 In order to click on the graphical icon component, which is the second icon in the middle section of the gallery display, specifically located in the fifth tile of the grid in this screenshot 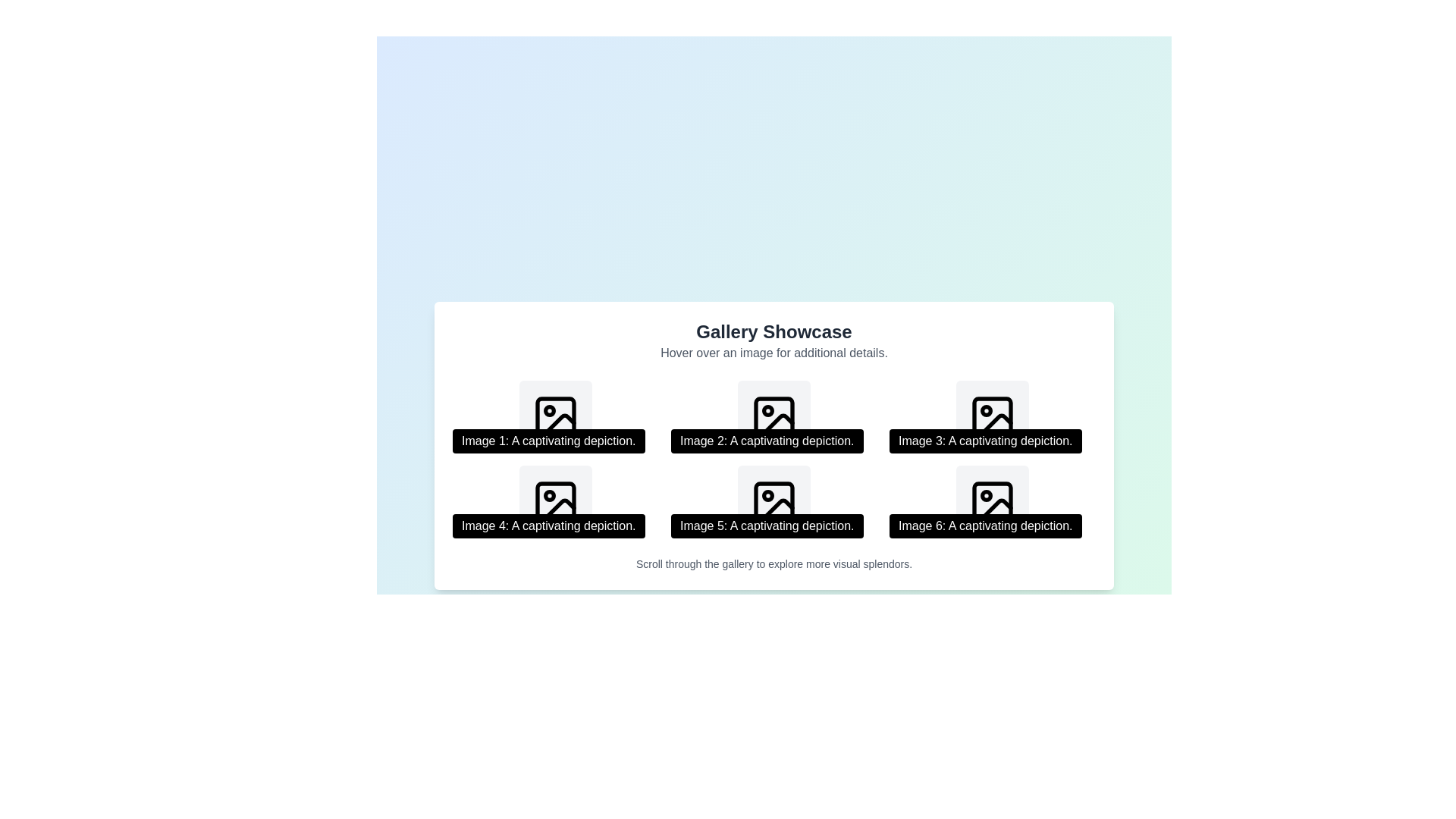, I will do `click(767, 411)`.